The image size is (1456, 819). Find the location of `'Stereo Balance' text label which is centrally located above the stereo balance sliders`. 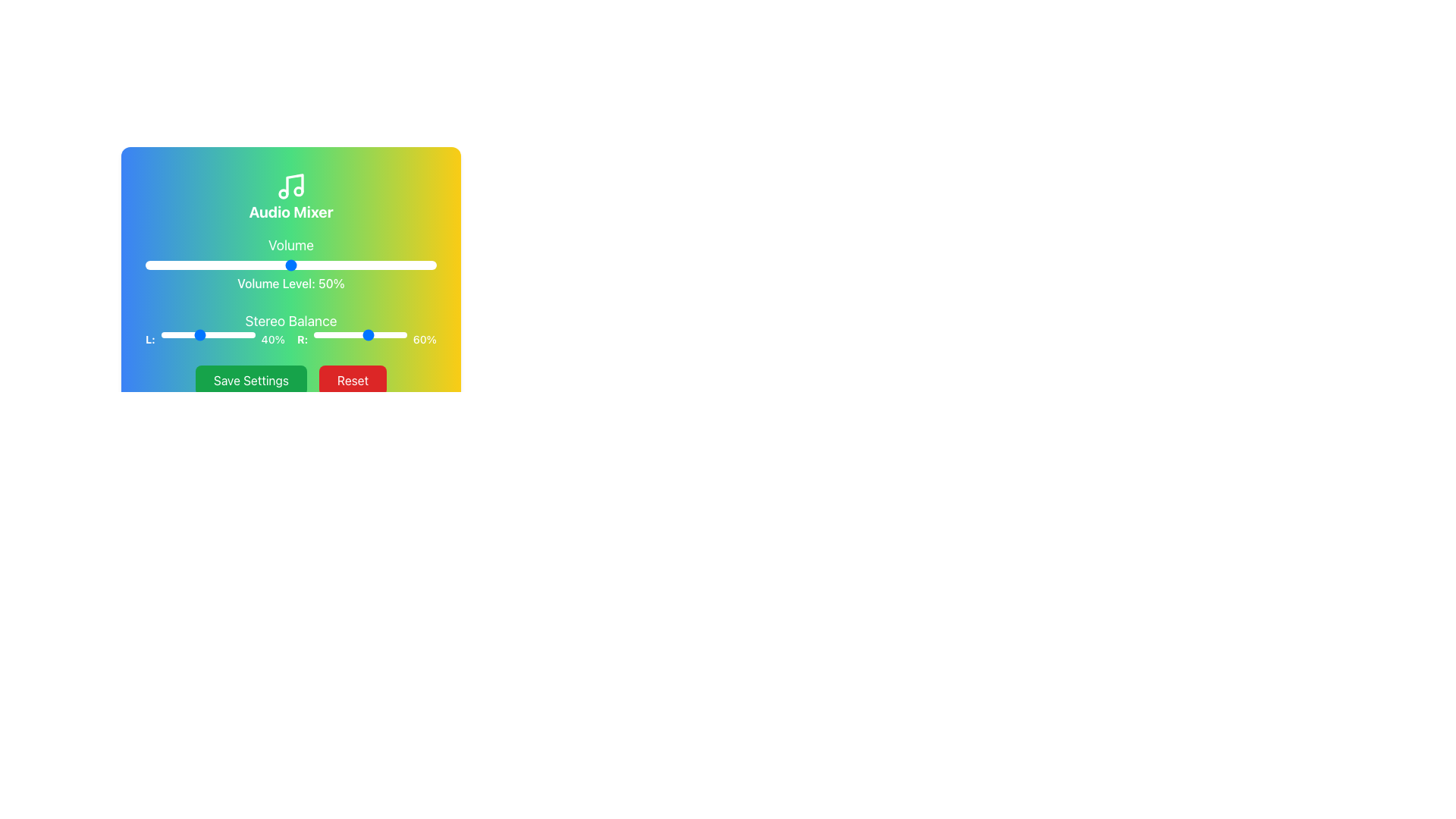

'Stereo Balance' text label which is centrally located above the stereo balance sliders is located at coordinates (291, 321).